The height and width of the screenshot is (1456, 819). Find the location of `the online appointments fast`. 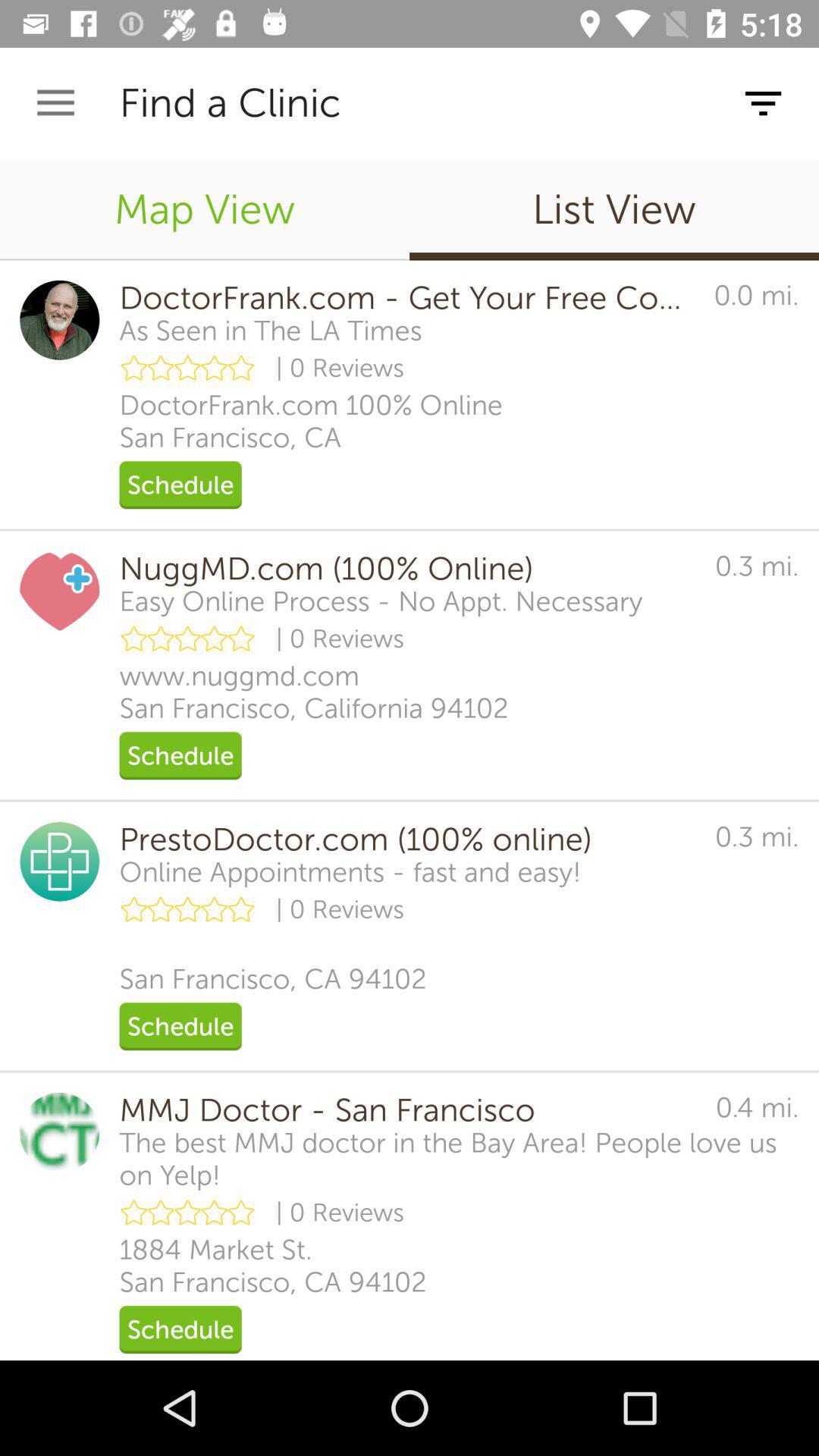

the online appointments fast is located at coordinates (350, 872).